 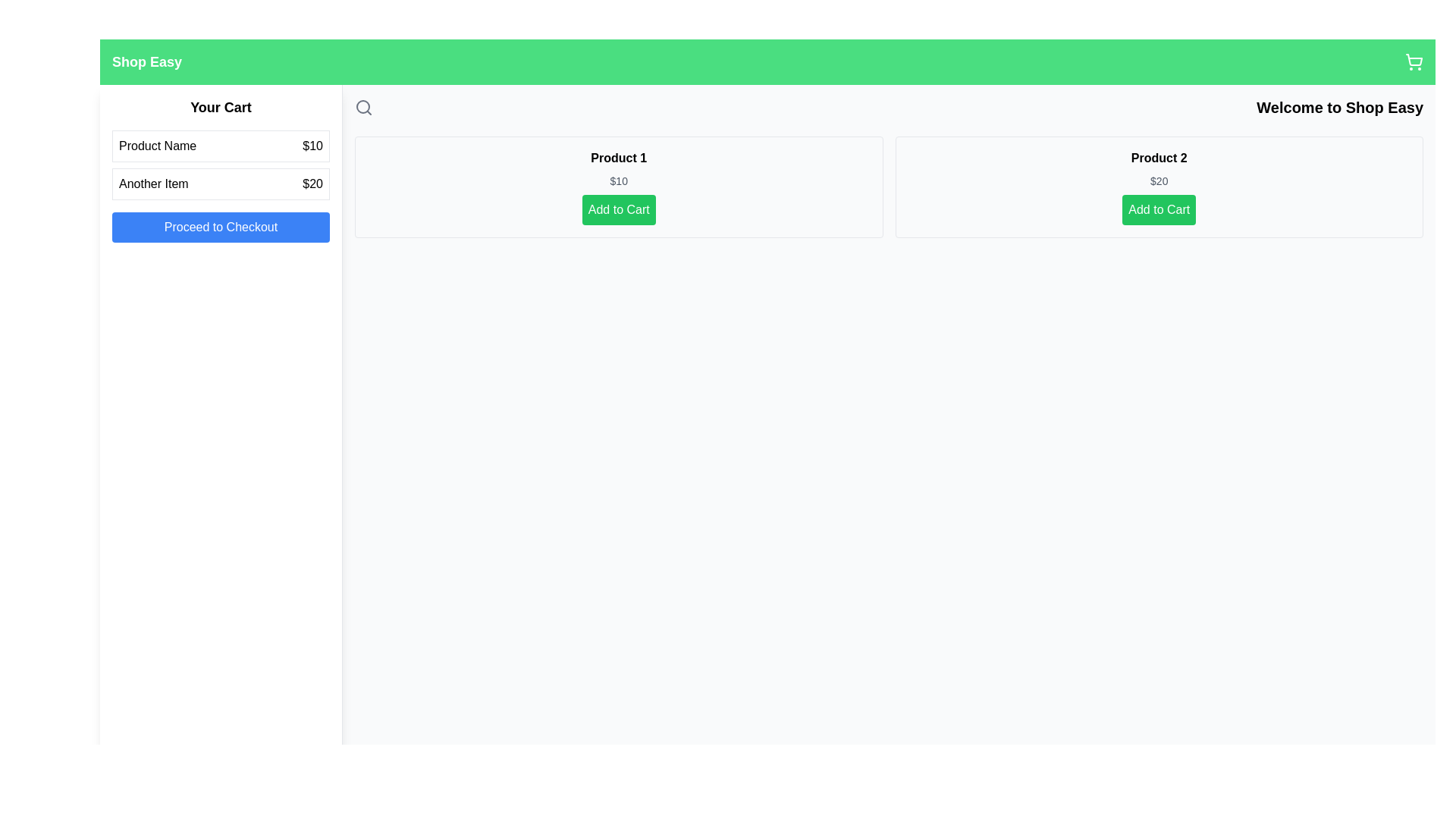 I want to click on the Circle component of the magnifying glass icon within the SVG graphic, which represents search functionality in the UI, so click(x=362, y=106).